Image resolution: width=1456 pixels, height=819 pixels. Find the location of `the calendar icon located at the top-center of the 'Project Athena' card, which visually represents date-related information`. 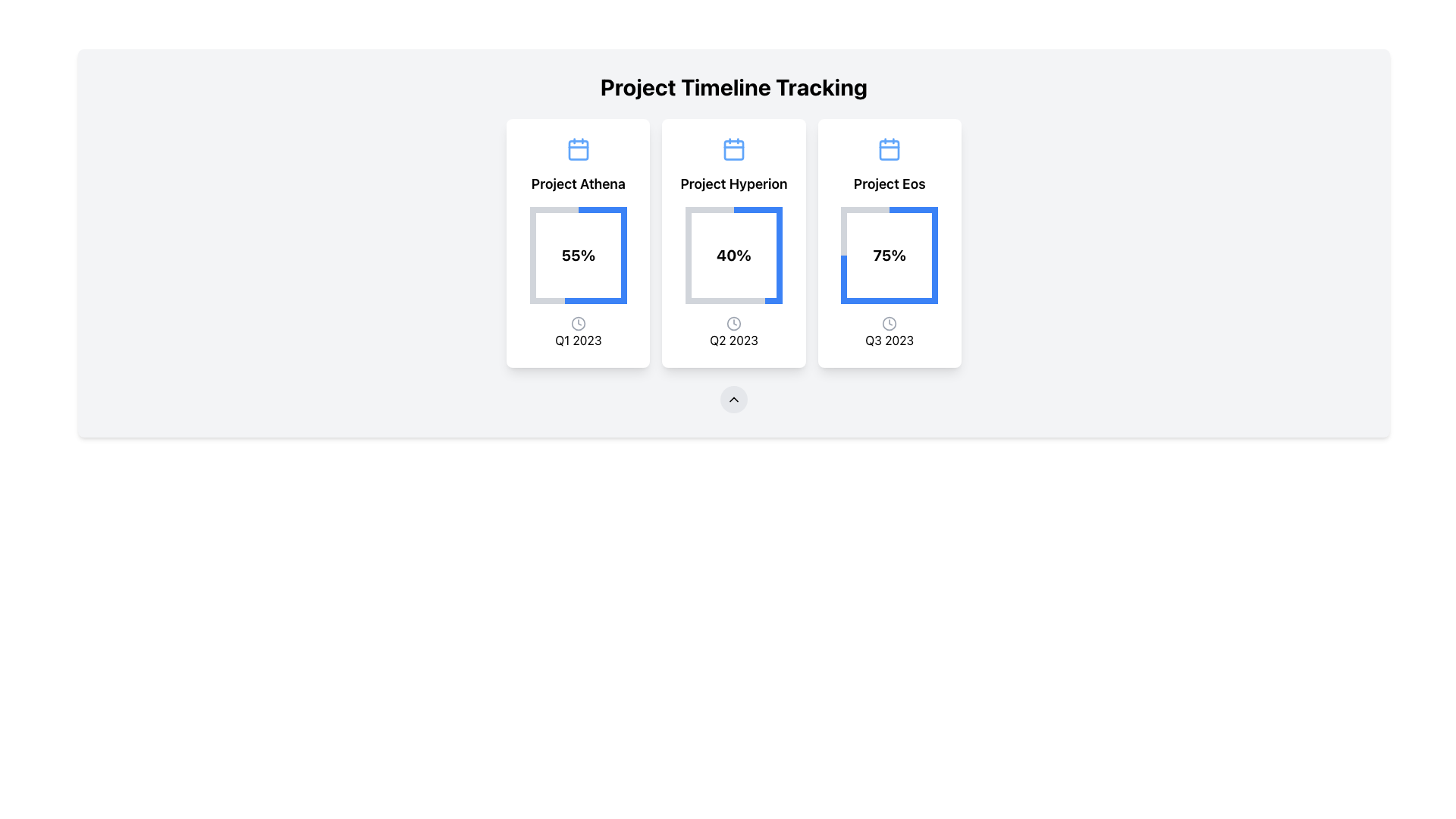

the calendar icon located at the top-center of the 'Project Athena' card, which visually represents date-related information is located at coordinates (577, 149).